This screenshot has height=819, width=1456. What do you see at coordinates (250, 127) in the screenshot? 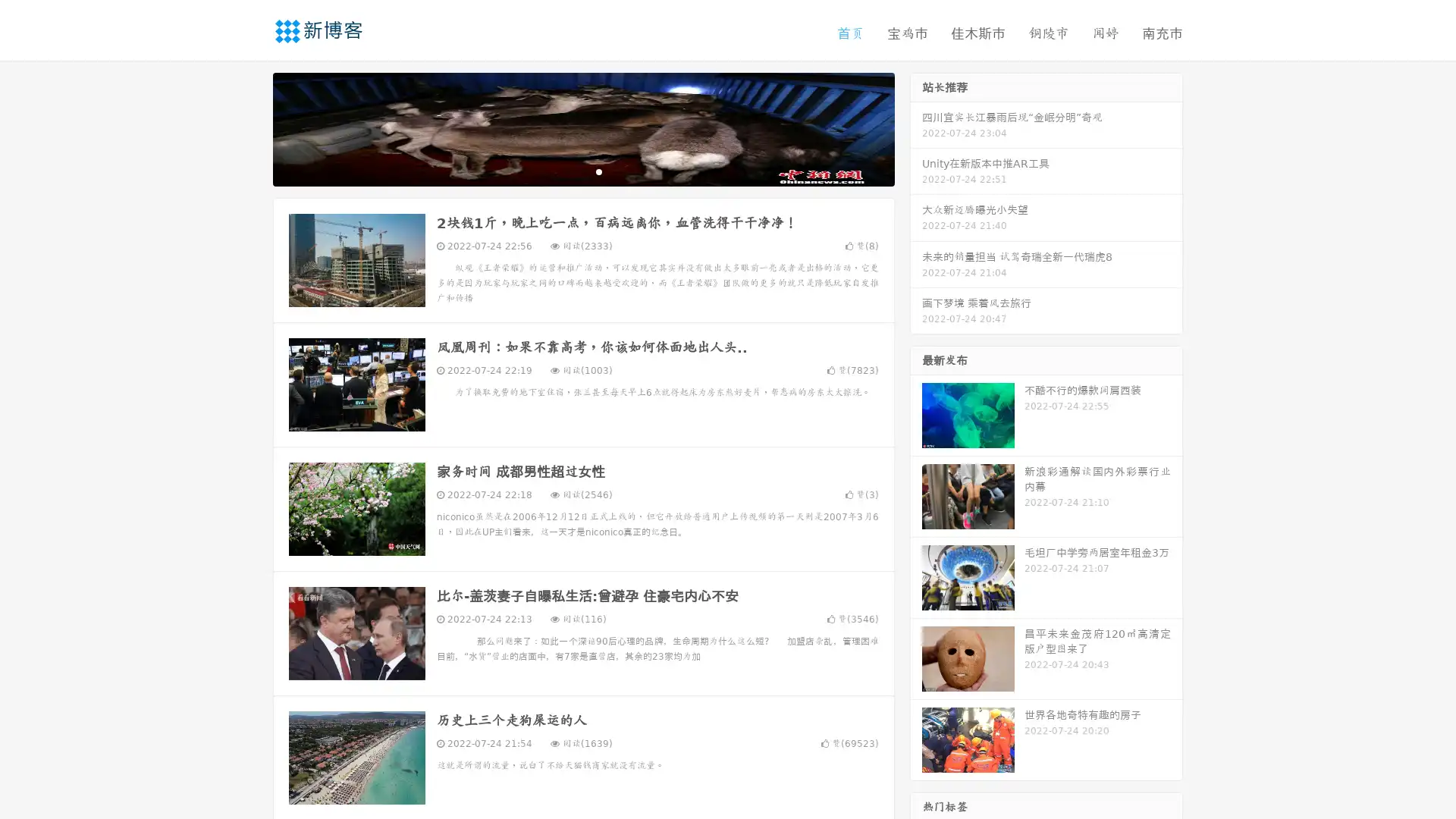
I see `Previous slide` at bounding box center [250, 127].